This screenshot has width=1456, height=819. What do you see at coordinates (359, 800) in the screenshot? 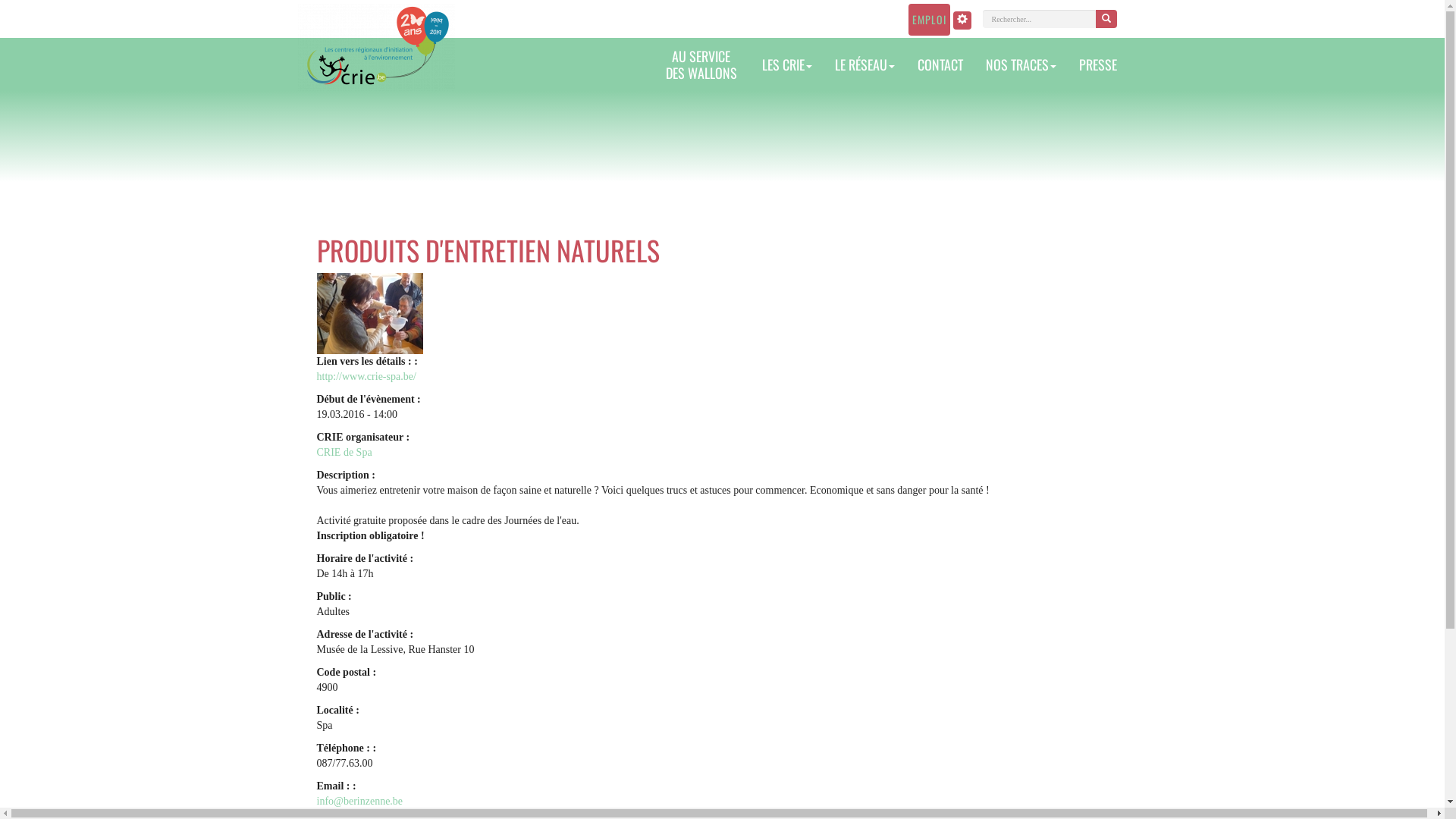
I see `'info@berinzenne.be'` at bounding box center [359, 800].